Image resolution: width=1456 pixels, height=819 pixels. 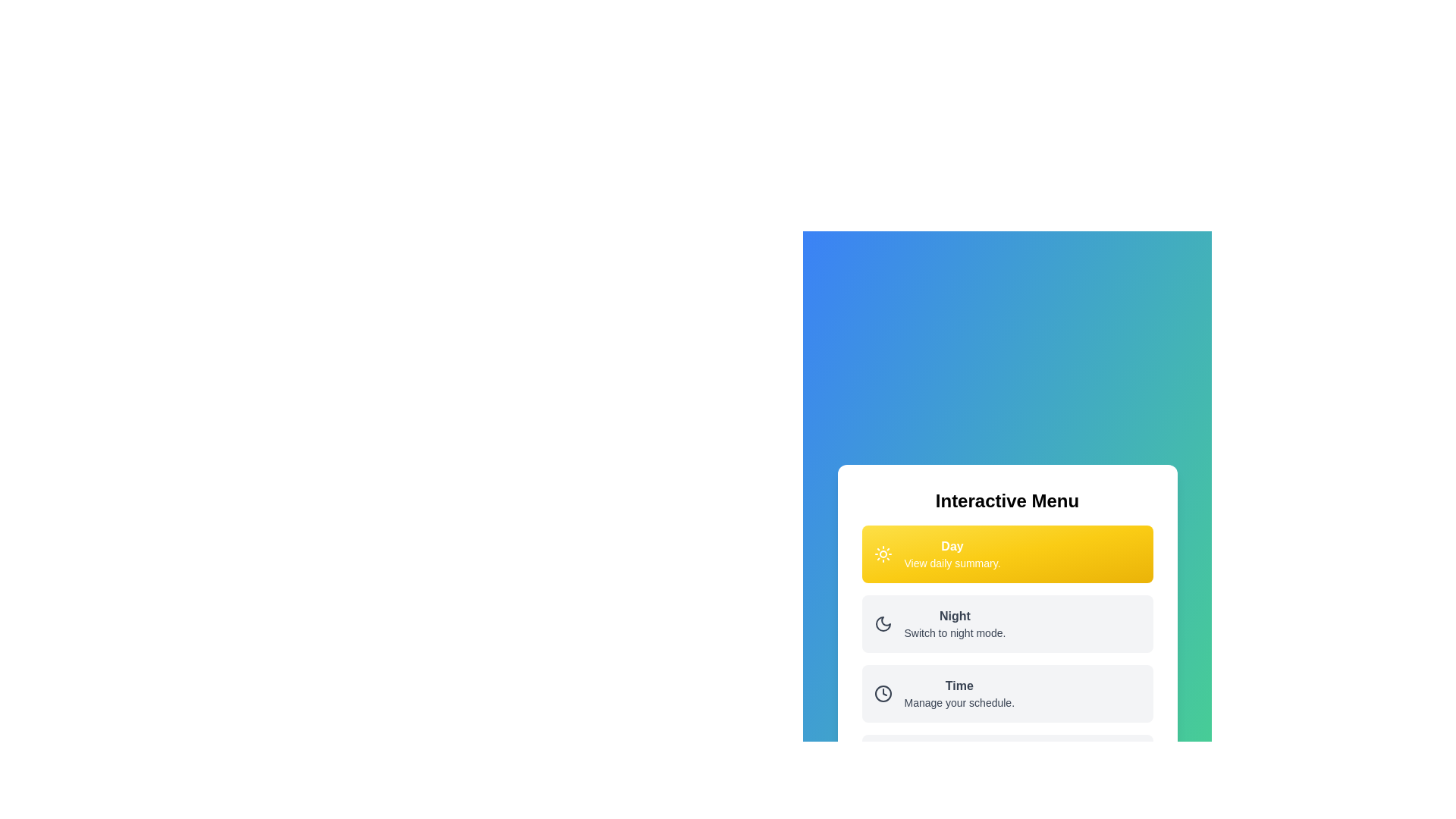 What do you see at coordinates (1007, 623) in the screenshot?
I see `the menu option Night to see its hover effect` at bounding box center [1007, 623].